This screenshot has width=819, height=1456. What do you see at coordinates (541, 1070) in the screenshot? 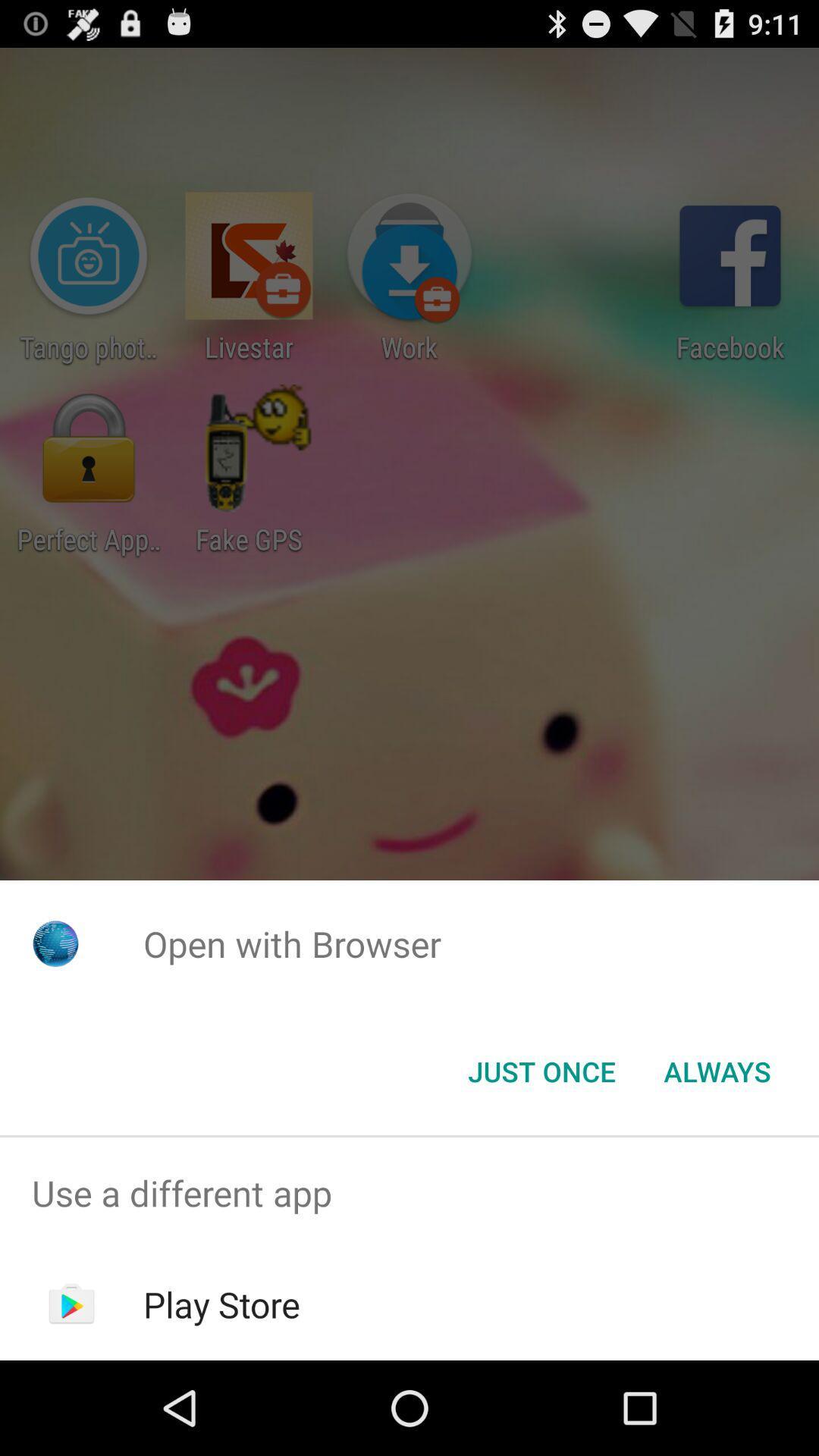
I see `the just once icon` at bounding box center [541, 1070].